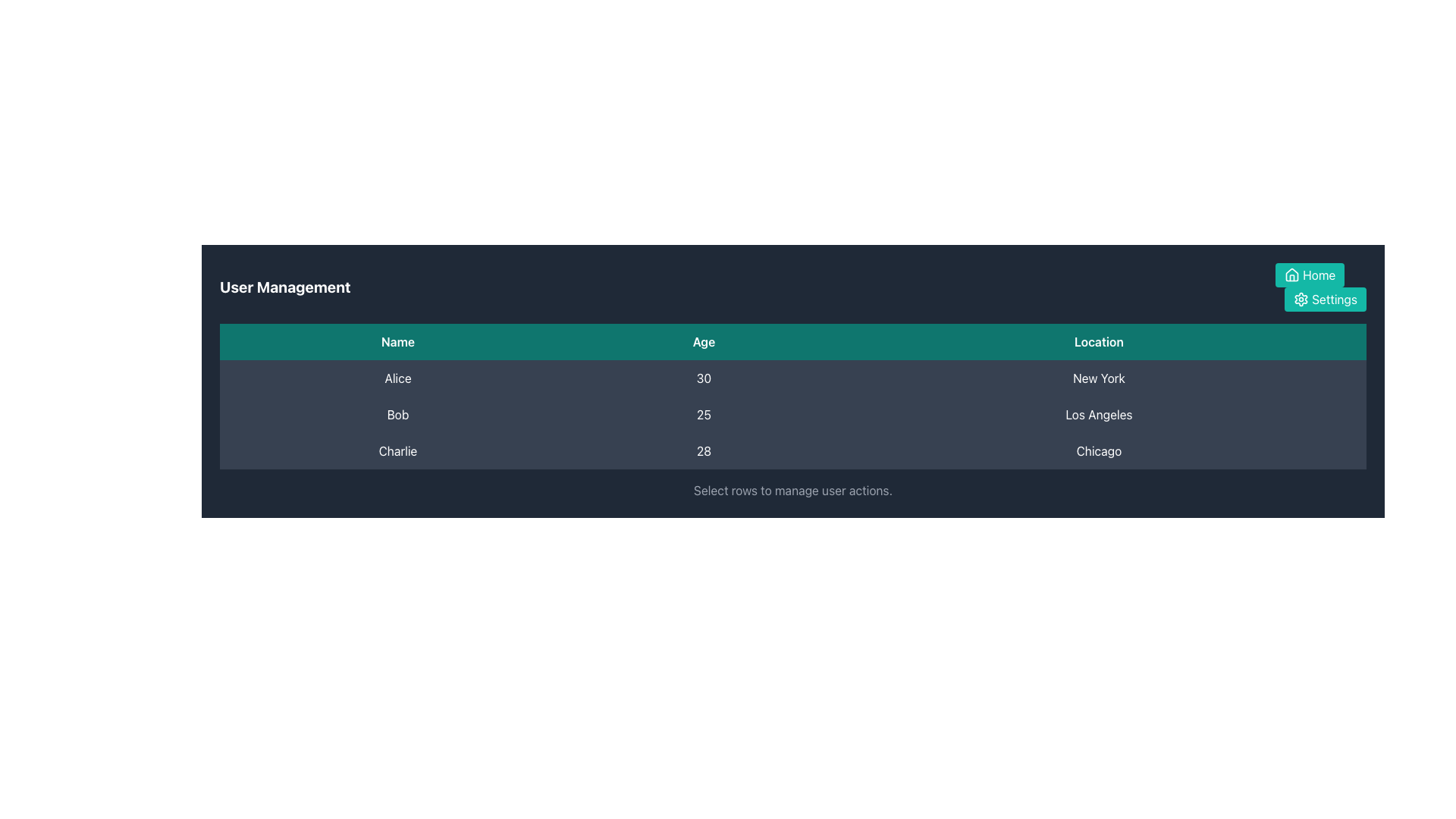  What do you see at coordinates (703, 415) in the screenshot?
I see `the text component displaying '25' in white color within the 'Age' column for the 'Bob' row, located at the center of its cell` at bounding box center [703, 415].